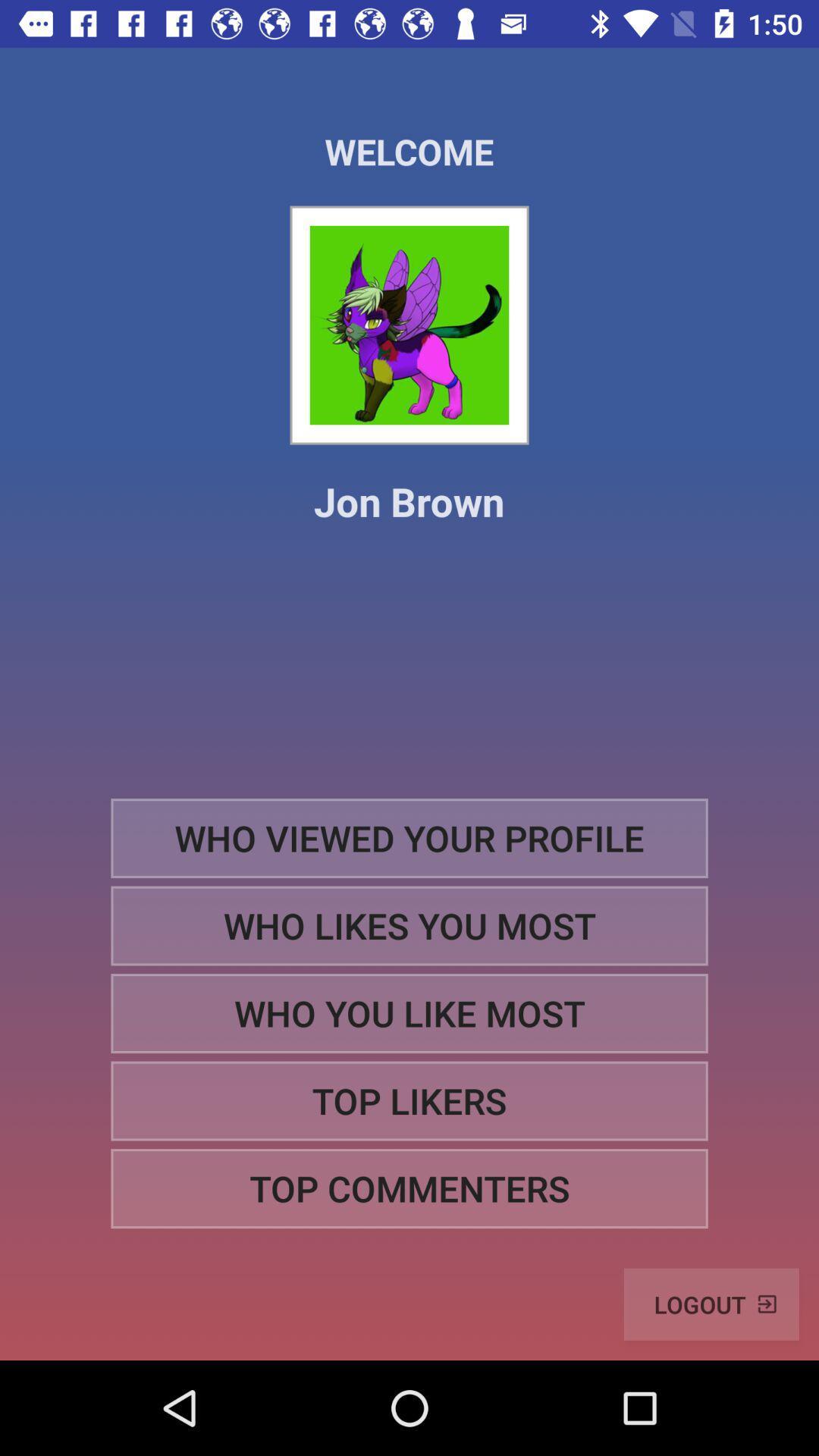  I want to click on the icon below the jon brown, so click(409, 837).